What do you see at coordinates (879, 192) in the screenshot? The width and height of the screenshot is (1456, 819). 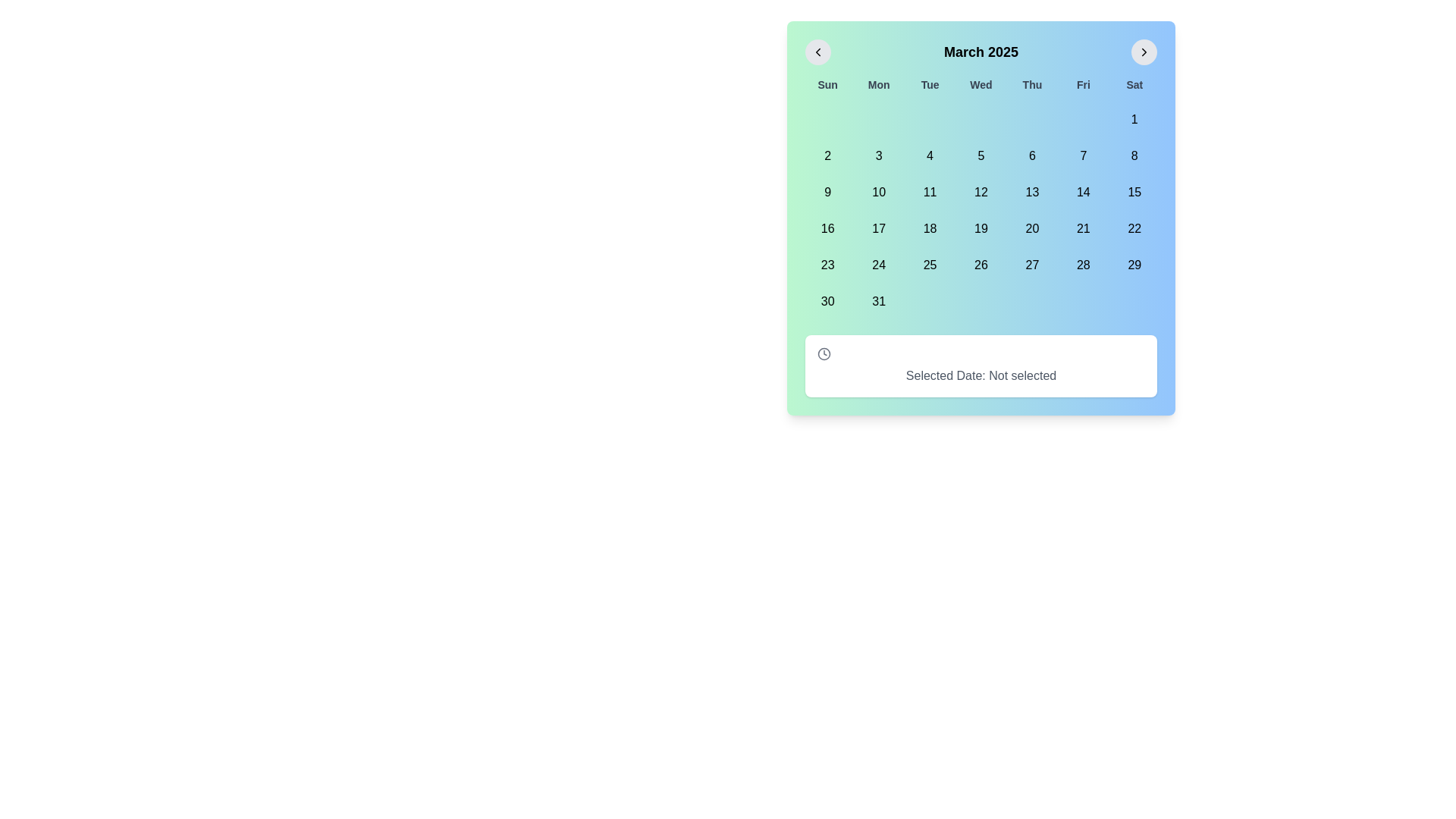 I see `the calendar button representing the date '10'` at bounding box center [879, 192].